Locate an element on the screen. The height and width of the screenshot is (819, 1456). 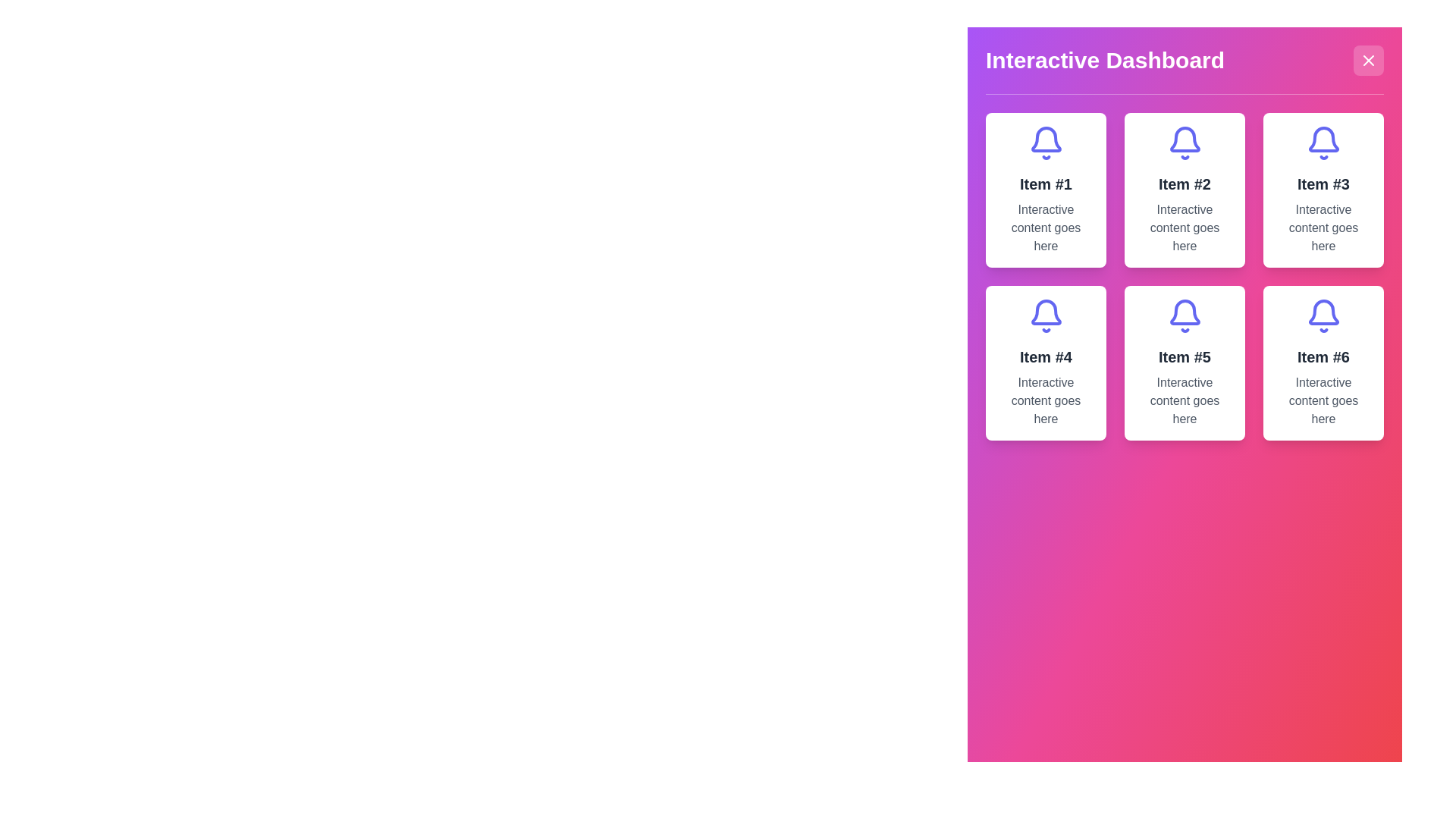
the third card in the top row of the grid interface, positioned to the right of 'Item #2' and above 'Item #6' is located at coordinates (1323, 189).